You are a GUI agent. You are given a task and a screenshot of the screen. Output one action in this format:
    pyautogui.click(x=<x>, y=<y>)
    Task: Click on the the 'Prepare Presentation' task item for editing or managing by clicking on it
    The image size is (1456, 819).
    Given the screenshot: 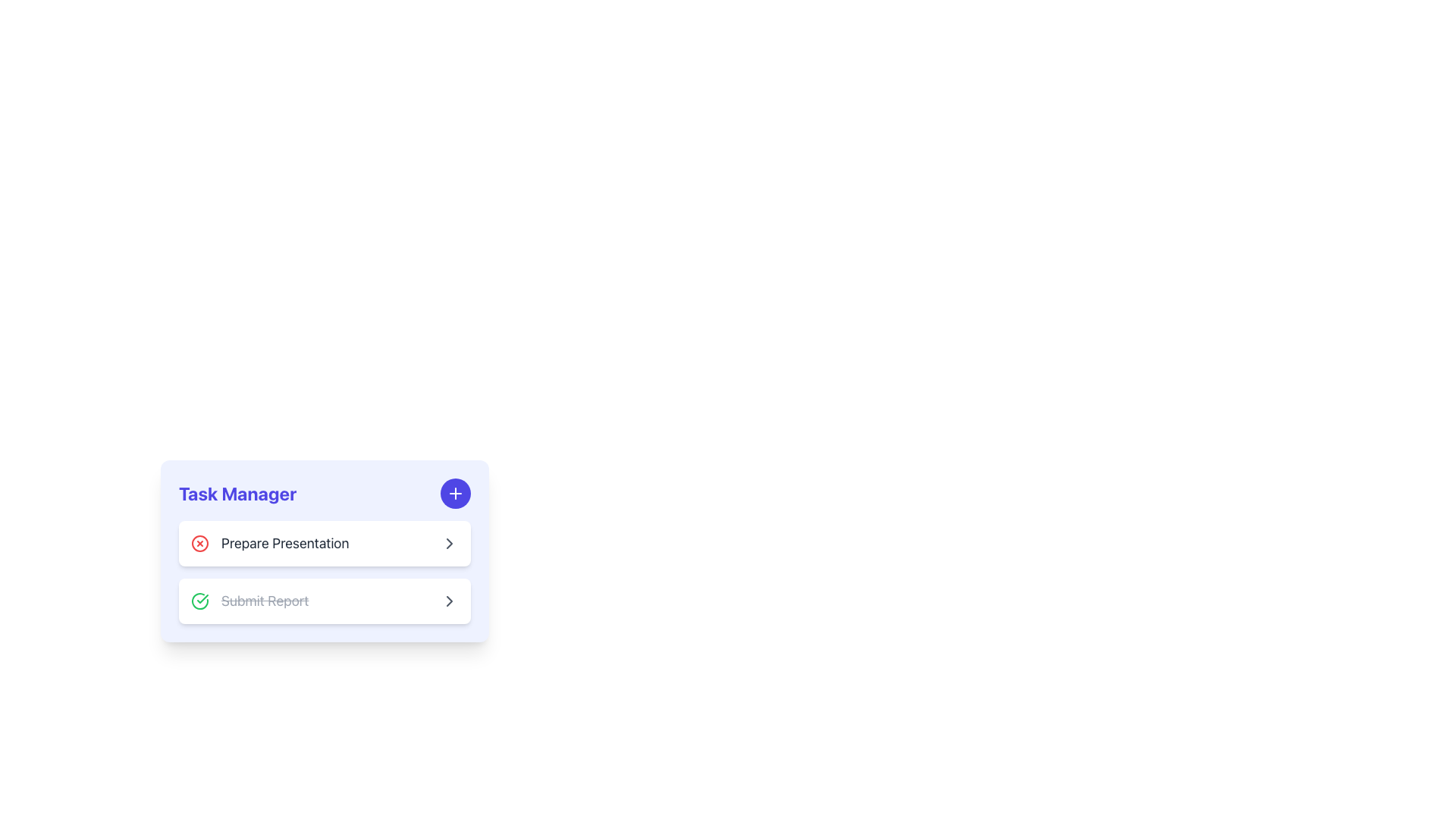 What is the action you would take?
    pyautogui.click(x=270, y=543)
    